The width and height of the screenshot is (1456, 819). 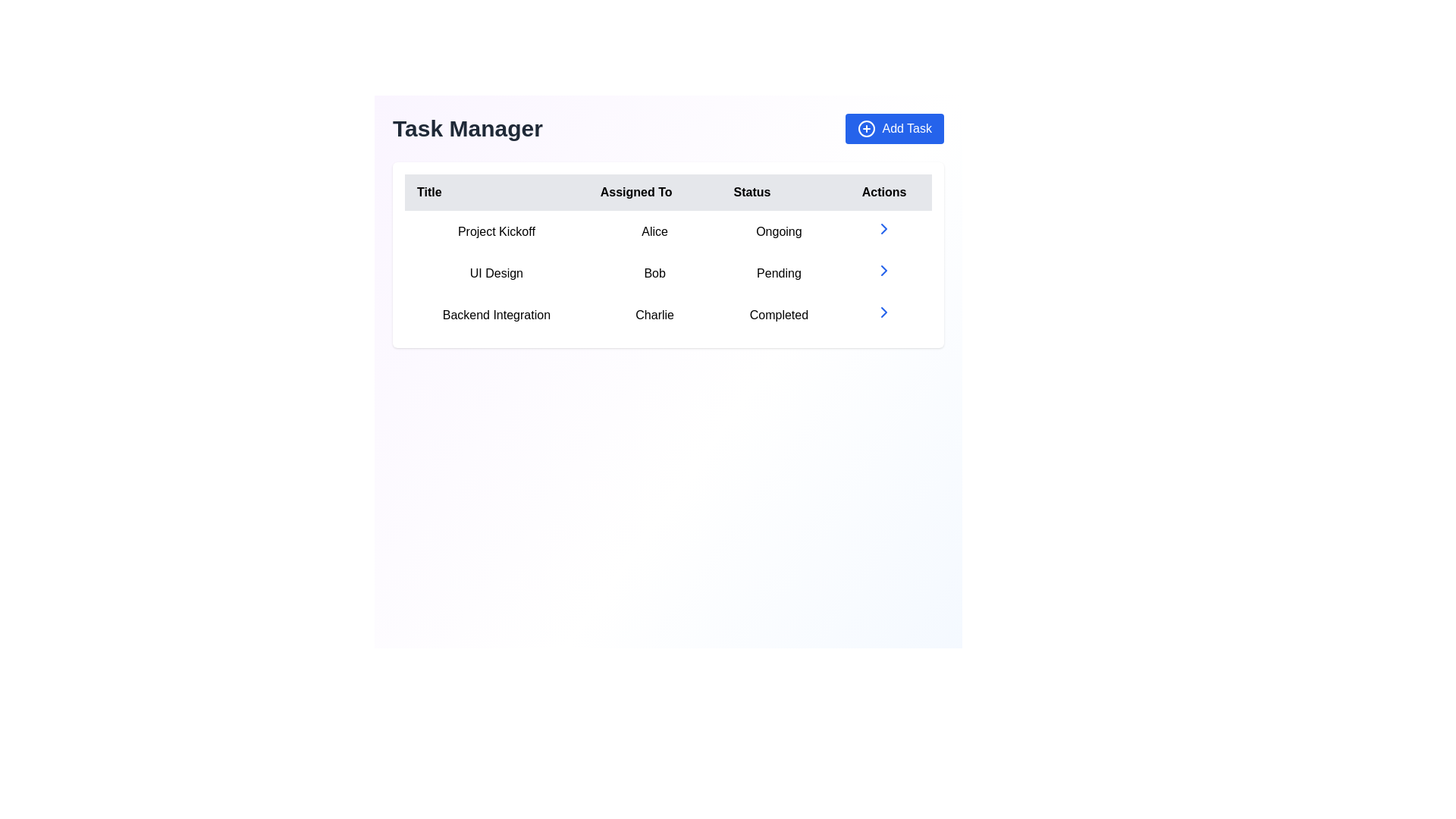 I want to click on the 'Task Manager' text label, which displays in a bold, large font and is located at the top-left corner of the interface, so click(x=466, y=127).